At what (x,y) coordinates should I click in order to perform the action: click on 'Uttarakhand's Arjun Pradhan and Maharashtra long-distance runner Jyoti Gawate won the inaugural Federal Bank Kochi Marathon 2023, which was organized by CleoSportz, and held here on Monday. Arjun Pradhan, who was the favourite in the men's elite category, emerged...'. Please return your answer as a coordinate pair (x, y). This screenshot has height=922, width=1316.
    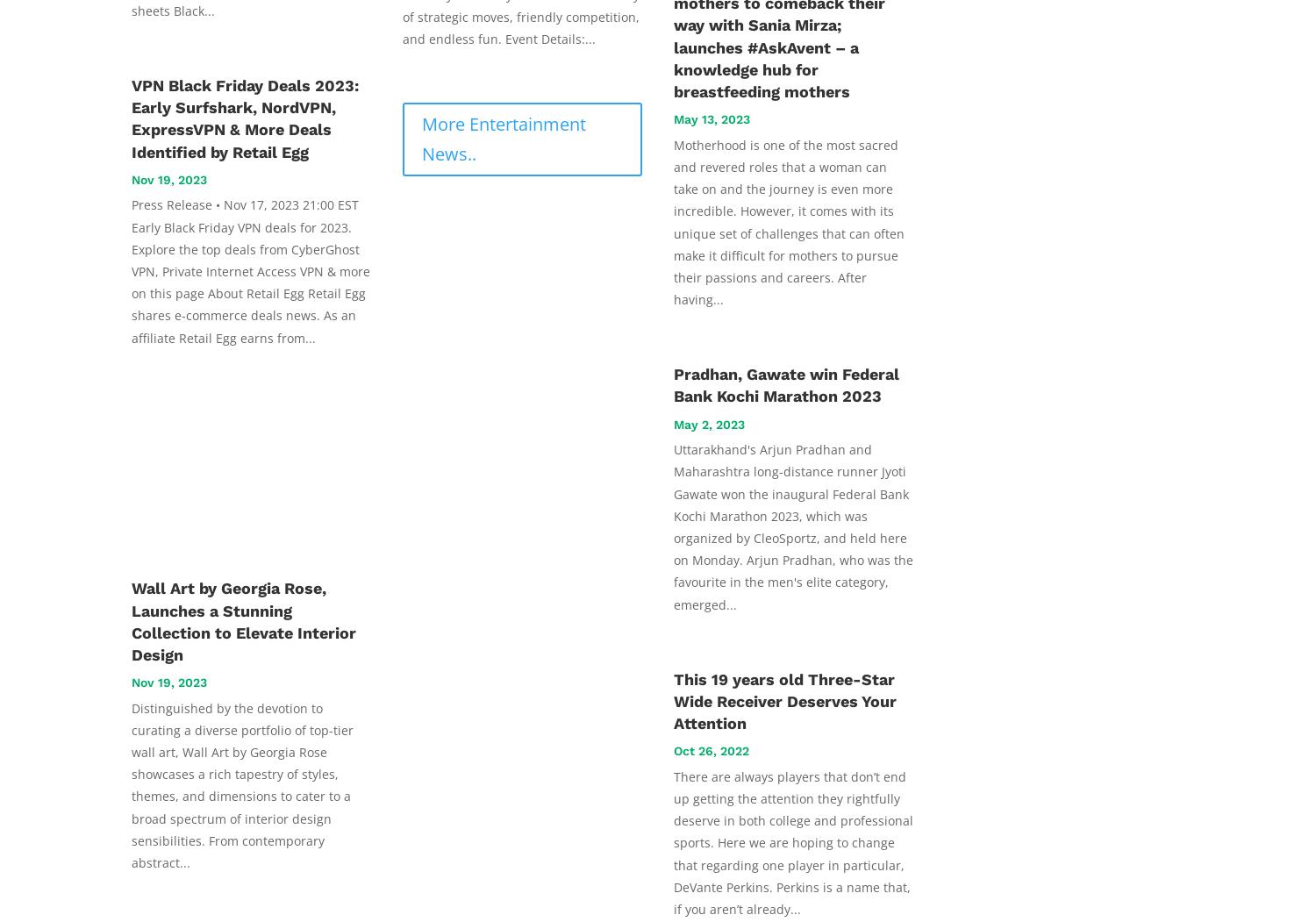
    Looking at the image, I should click on (793, 526).